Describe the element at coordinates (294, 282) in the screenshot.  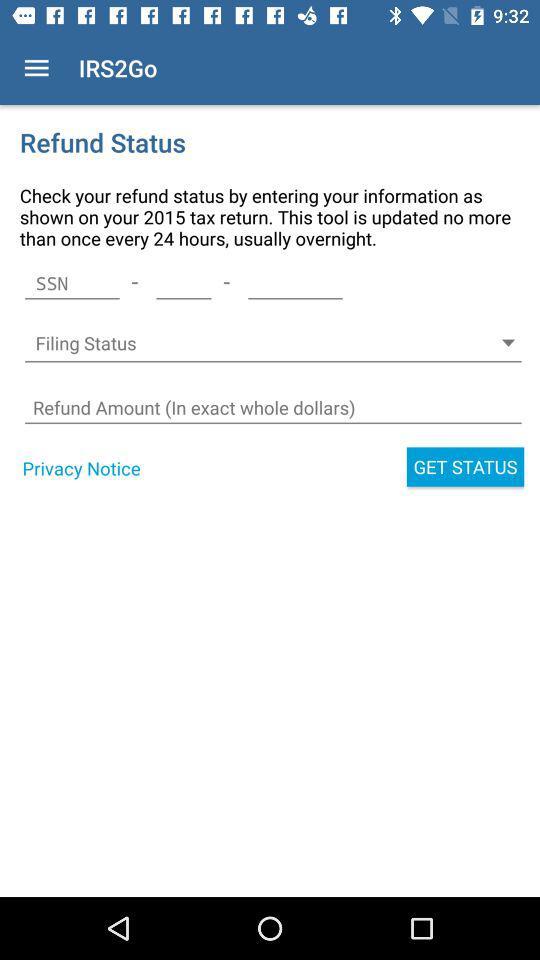
I see `the icon next to the - item` at that location.